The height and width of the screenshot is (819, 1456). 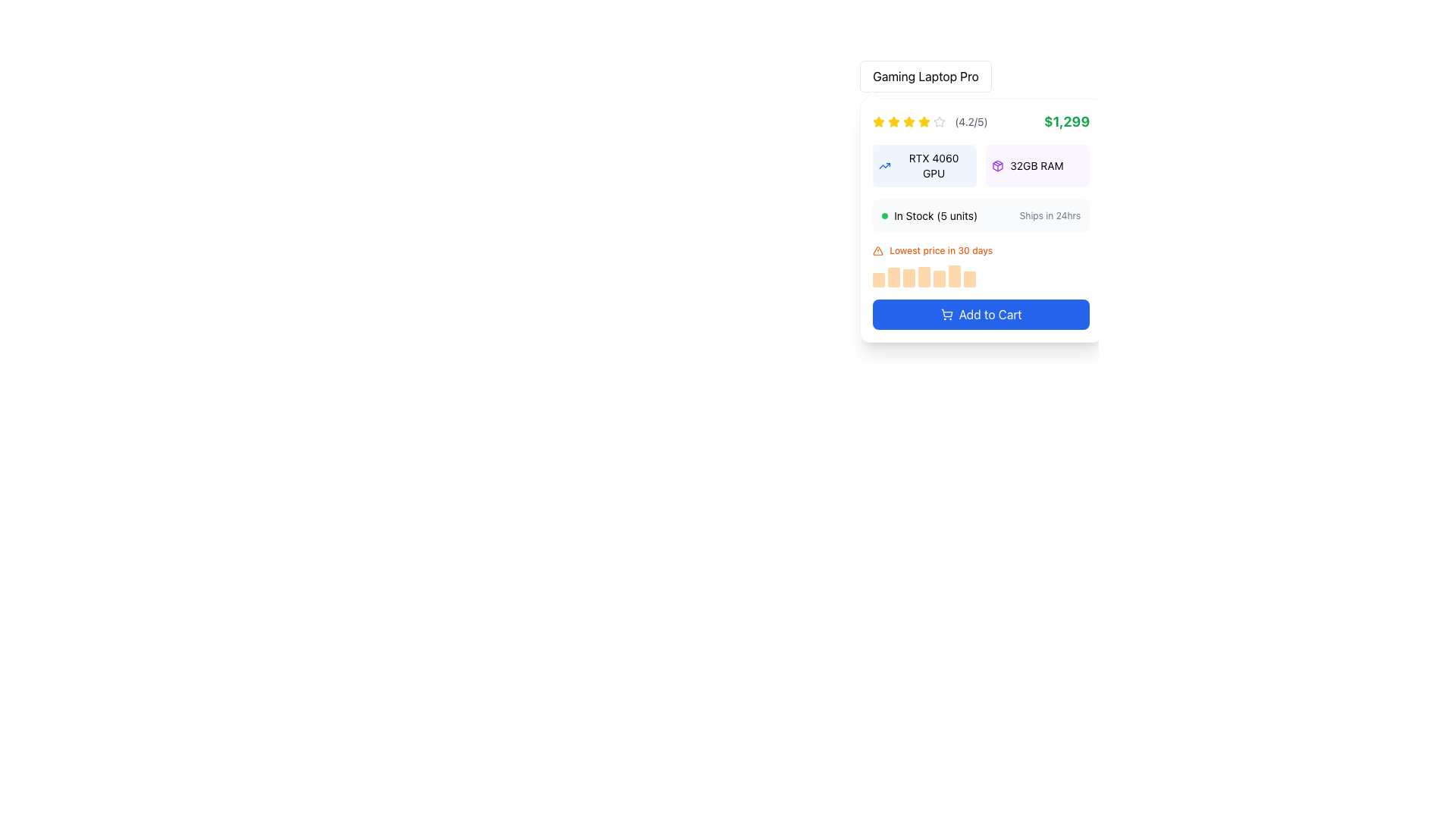 What do you see at coordinates (1036, 166) in the screenshot?
I see `the text label displaying '32GB RAM' located in the details section of a product card, which has a light purple background` at bounding box center [1036, 166].